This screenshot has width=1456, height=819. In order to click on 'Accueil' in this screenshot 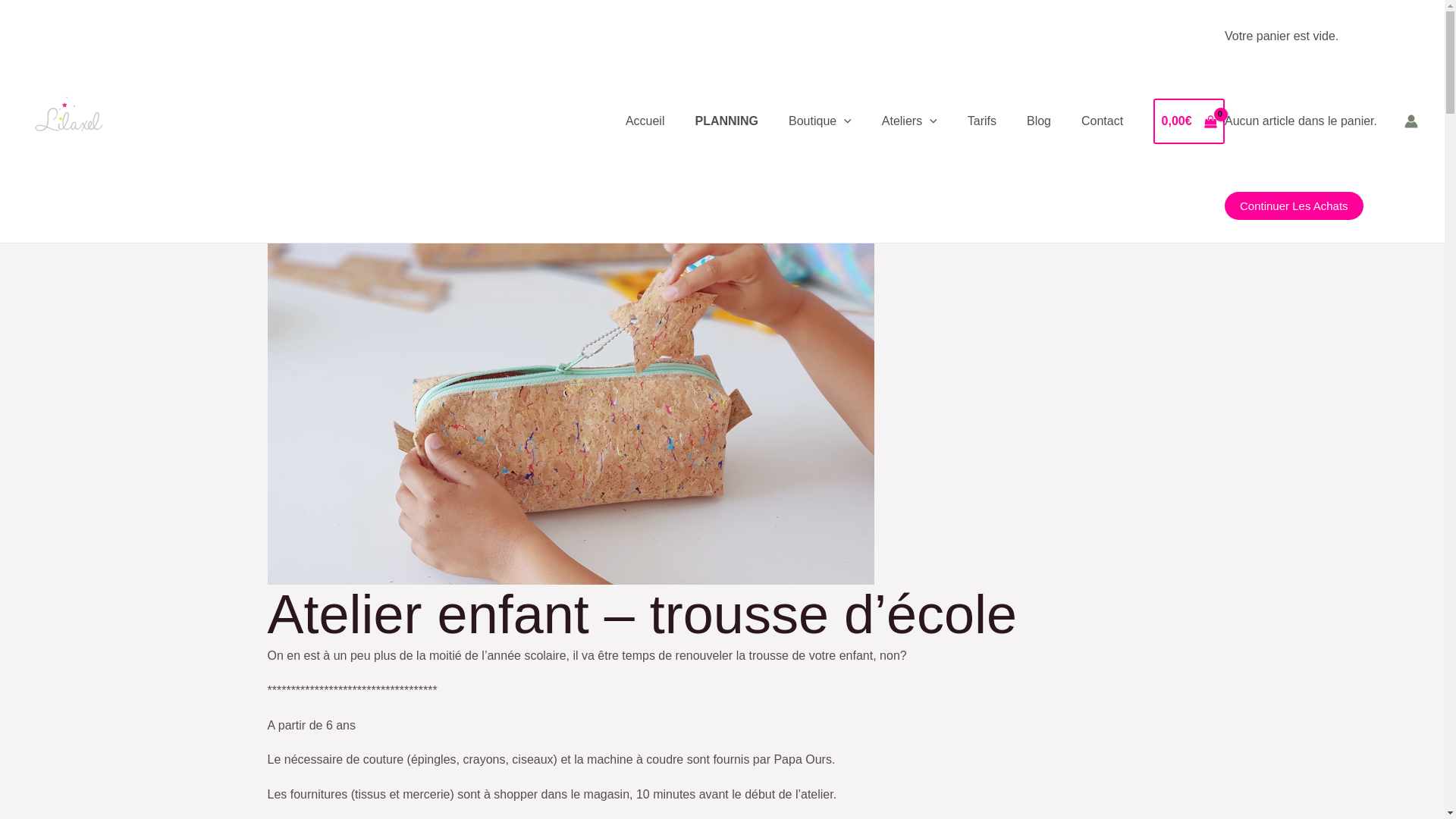, I will do `click(610, 120)`.